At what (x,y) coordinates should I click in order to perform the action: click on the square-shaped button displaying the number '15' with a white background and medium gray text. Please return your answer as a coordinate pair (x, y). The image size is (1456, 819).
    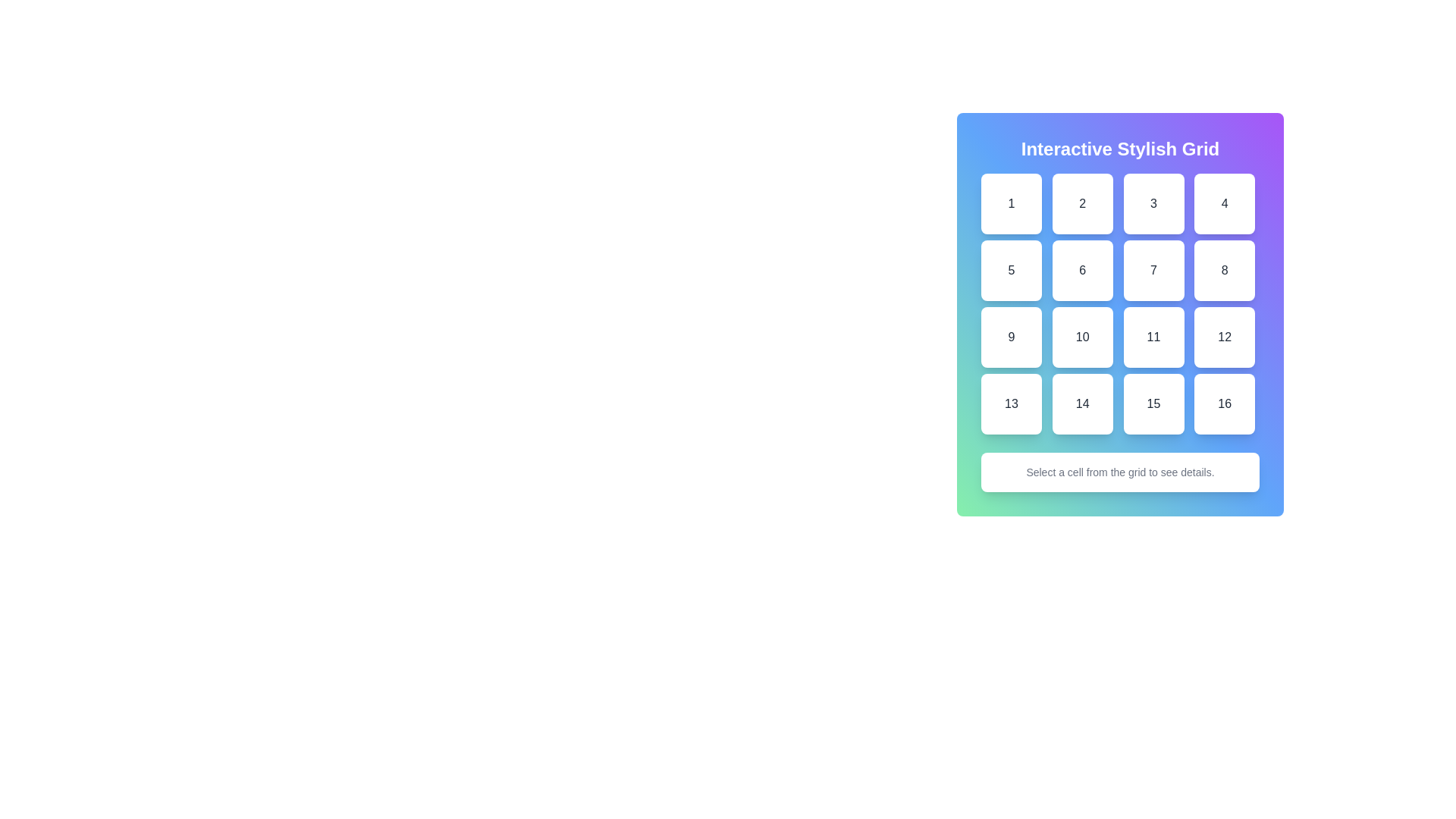
    Looking at the image, I should click on (1153, 403).